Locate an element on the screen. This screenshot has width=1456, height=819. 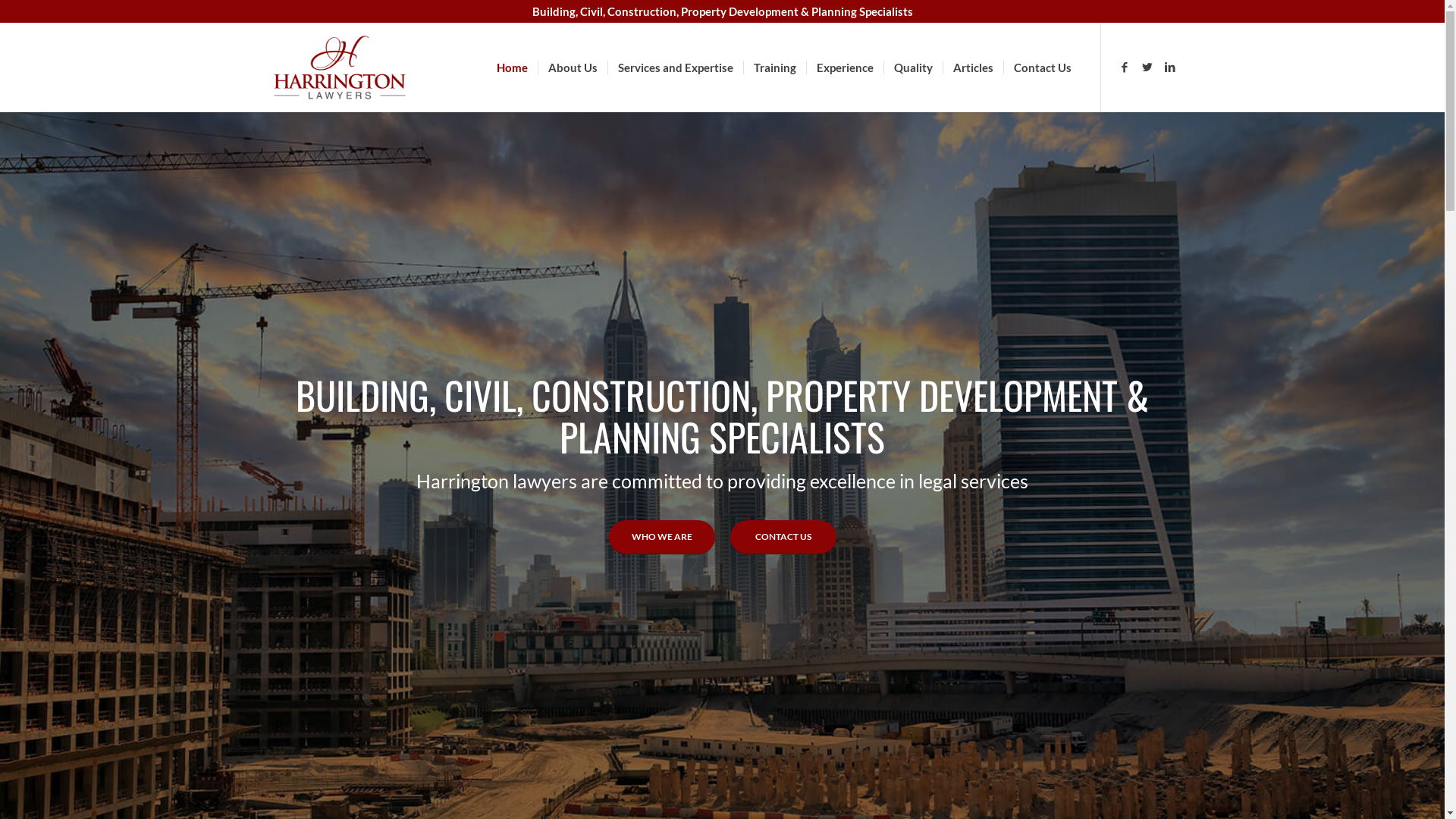
'Experience' is located at coordinates (843, 66).